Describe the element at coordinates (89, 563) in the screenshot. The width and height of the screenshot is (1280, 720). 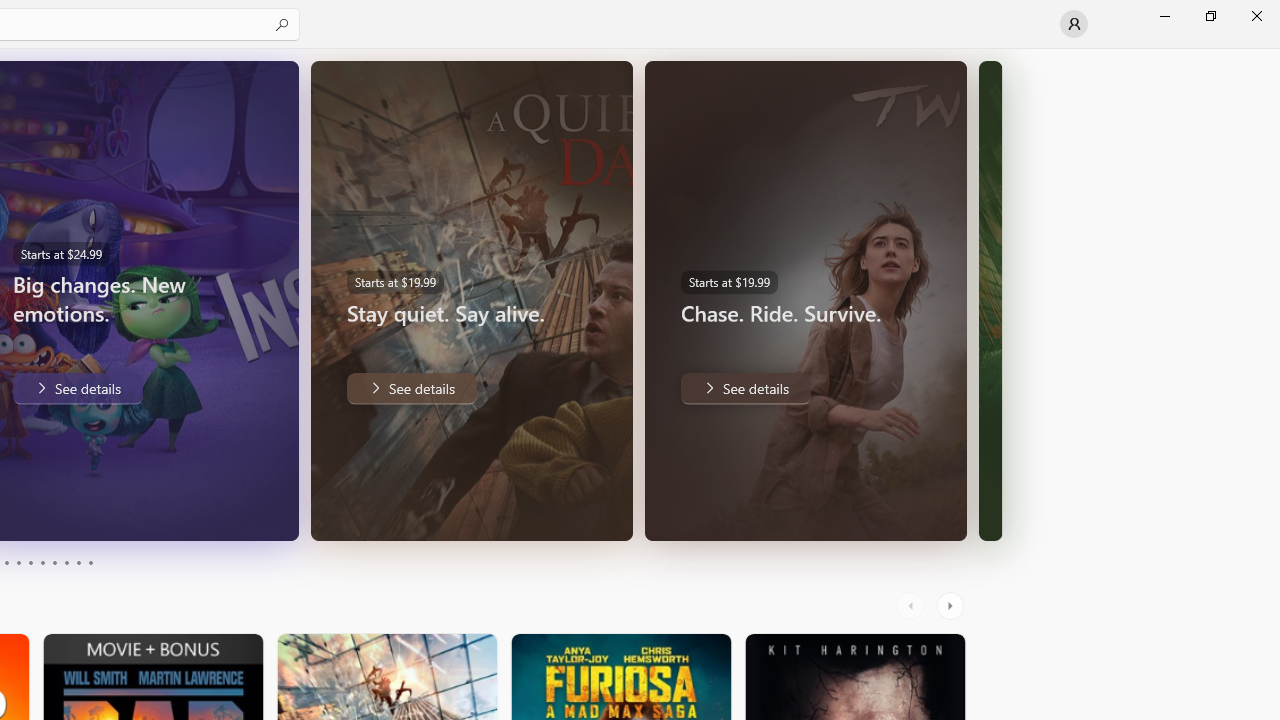
I see `'Page 10'` at that location.